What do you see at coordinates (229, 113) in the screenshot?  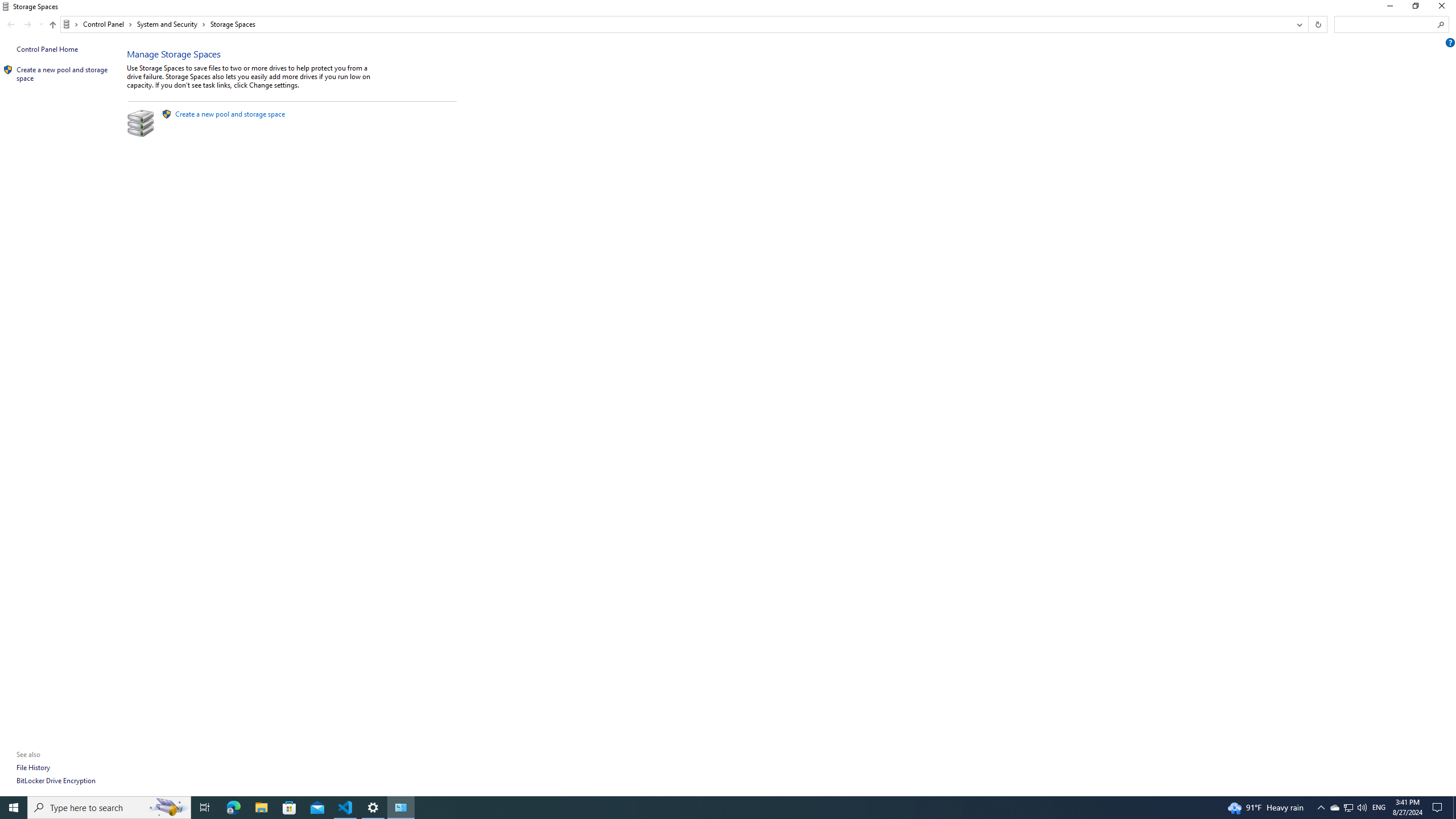 I see `'Create a new pool and storage space'` at bounding box center [229, 113].